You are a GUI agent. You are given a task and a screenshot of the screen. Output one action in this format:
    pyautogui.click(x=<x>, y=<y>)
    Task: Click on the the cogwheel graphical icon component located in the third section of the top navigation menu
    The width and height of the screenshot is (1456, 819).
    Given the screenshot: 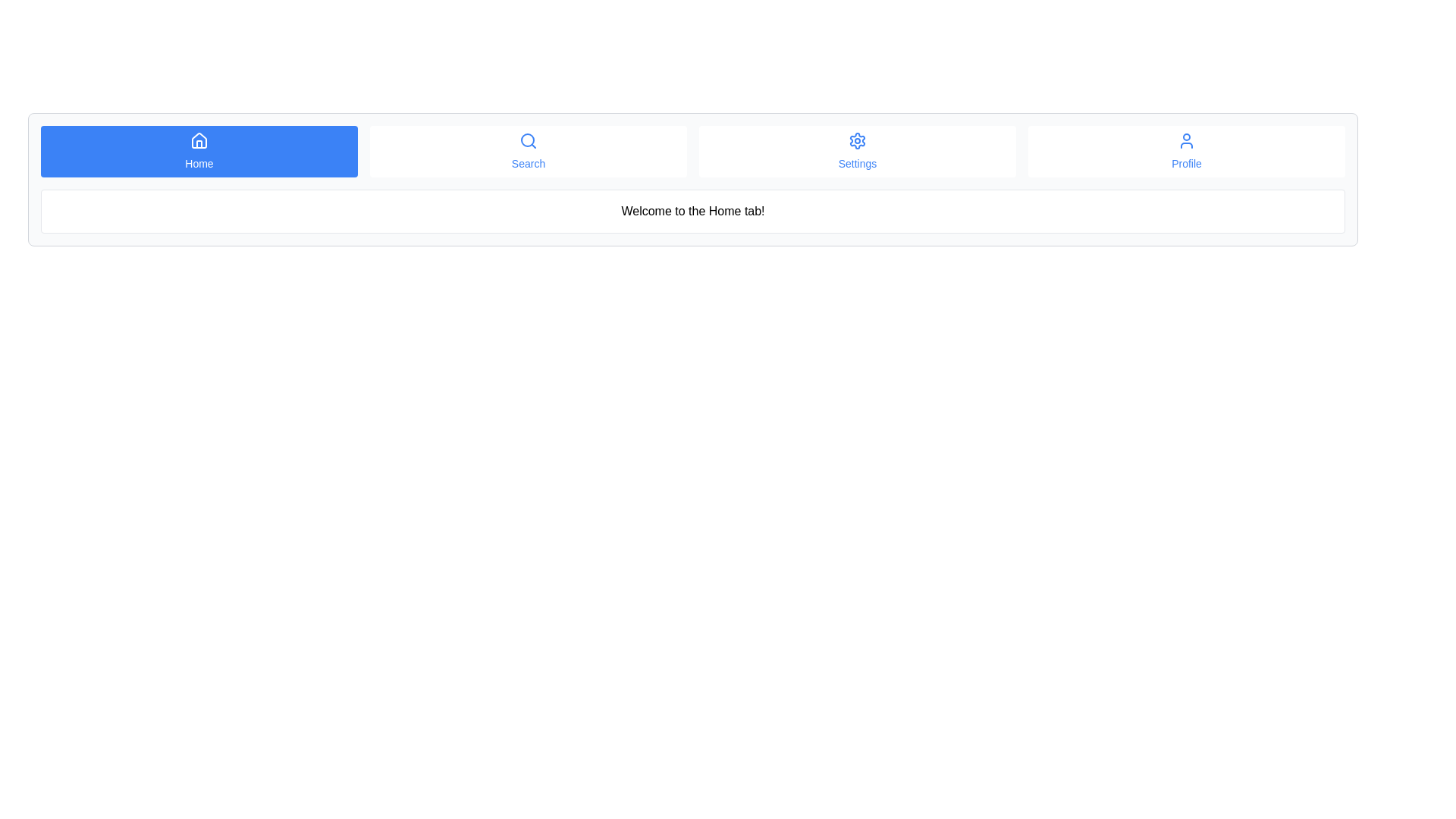 What is the action you would take?
    pyautogui.click(x=858, y=140)
    